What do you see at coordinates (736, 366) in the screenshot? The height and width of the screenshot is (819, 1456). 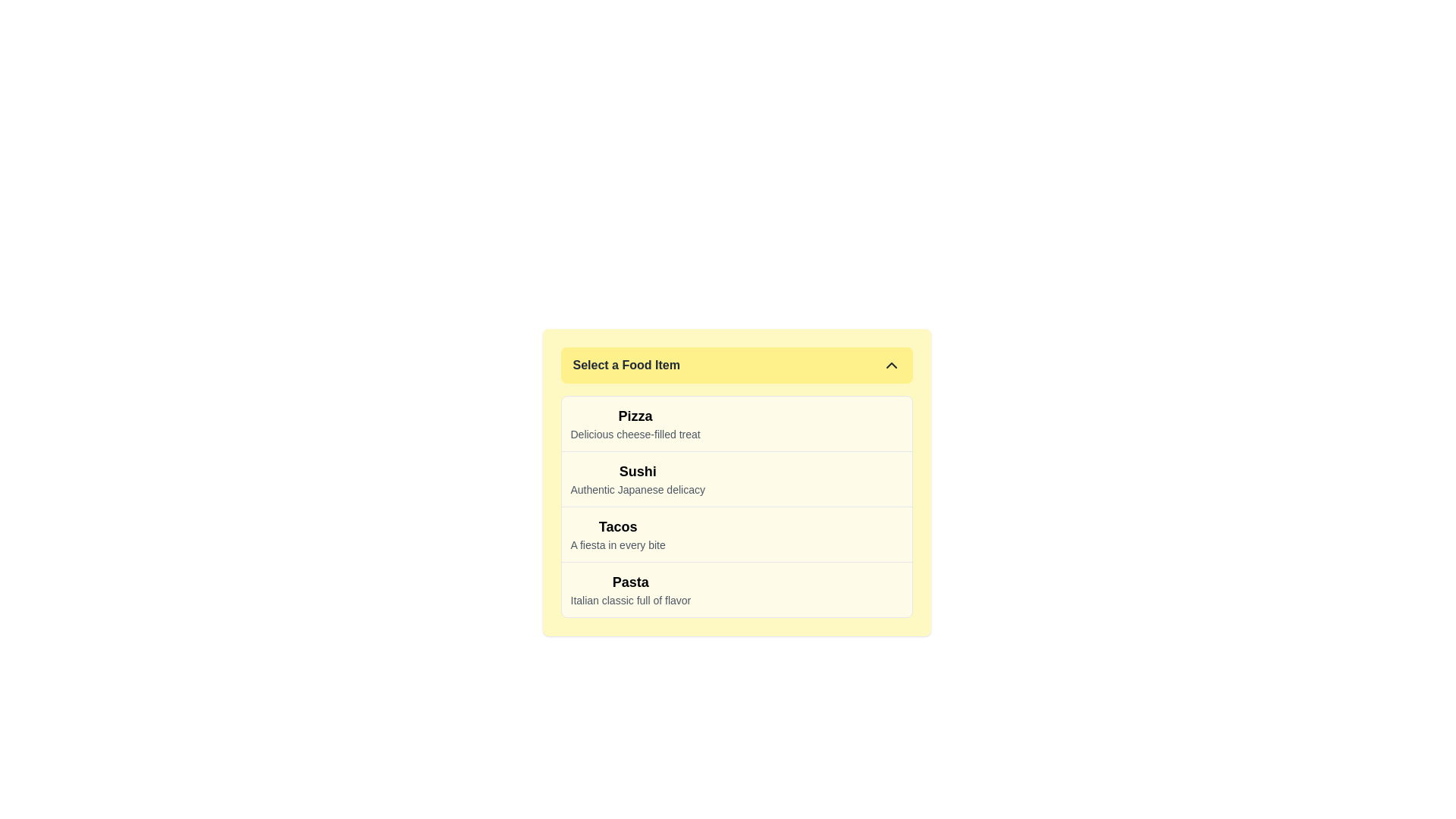 I see `the Dropdown Button at the top of the food menu card layout to interact with the keyboard` at bounding box center [736, 366].